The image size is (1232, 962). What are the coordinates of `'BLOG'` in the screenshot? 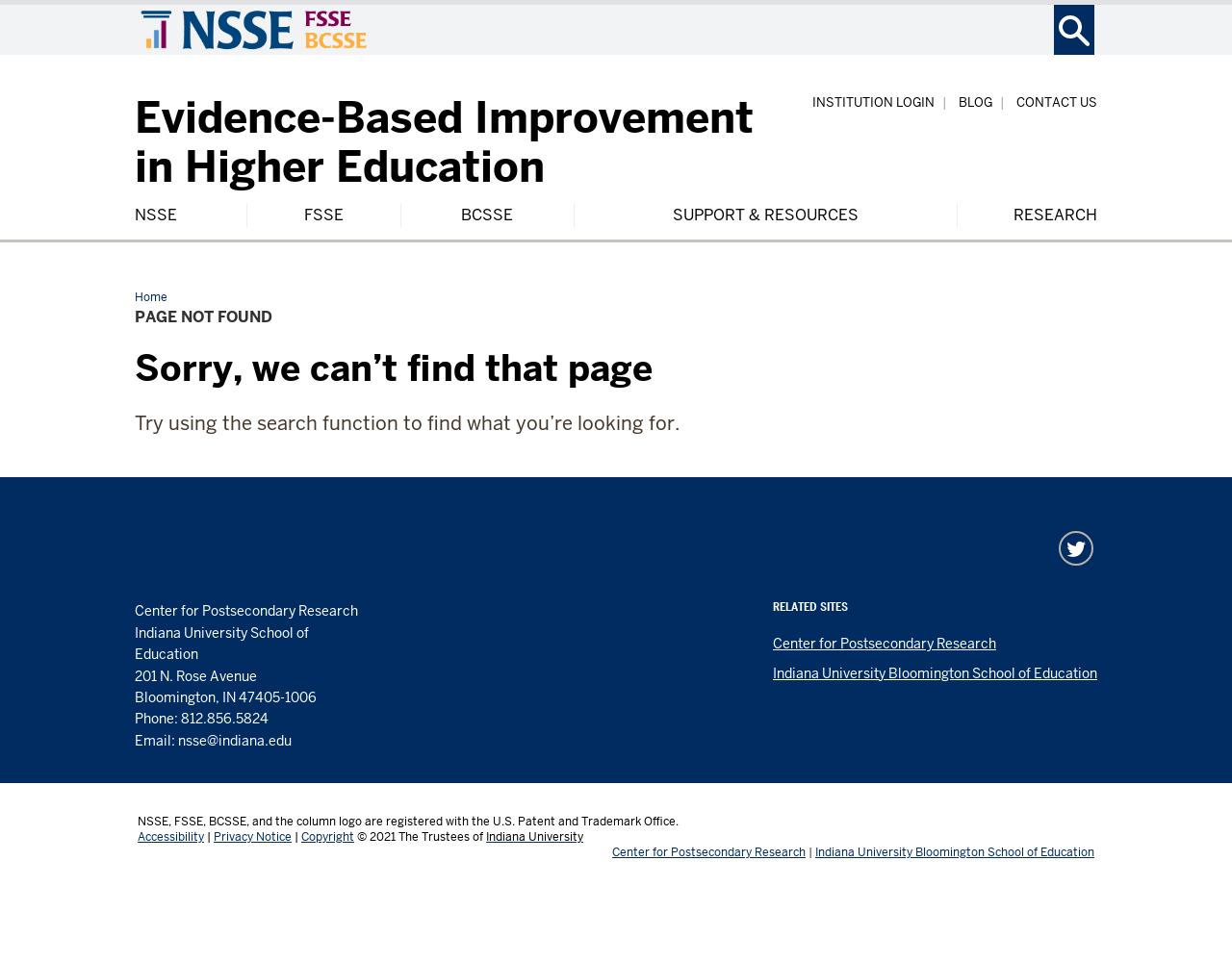 It's located at (975, 101).